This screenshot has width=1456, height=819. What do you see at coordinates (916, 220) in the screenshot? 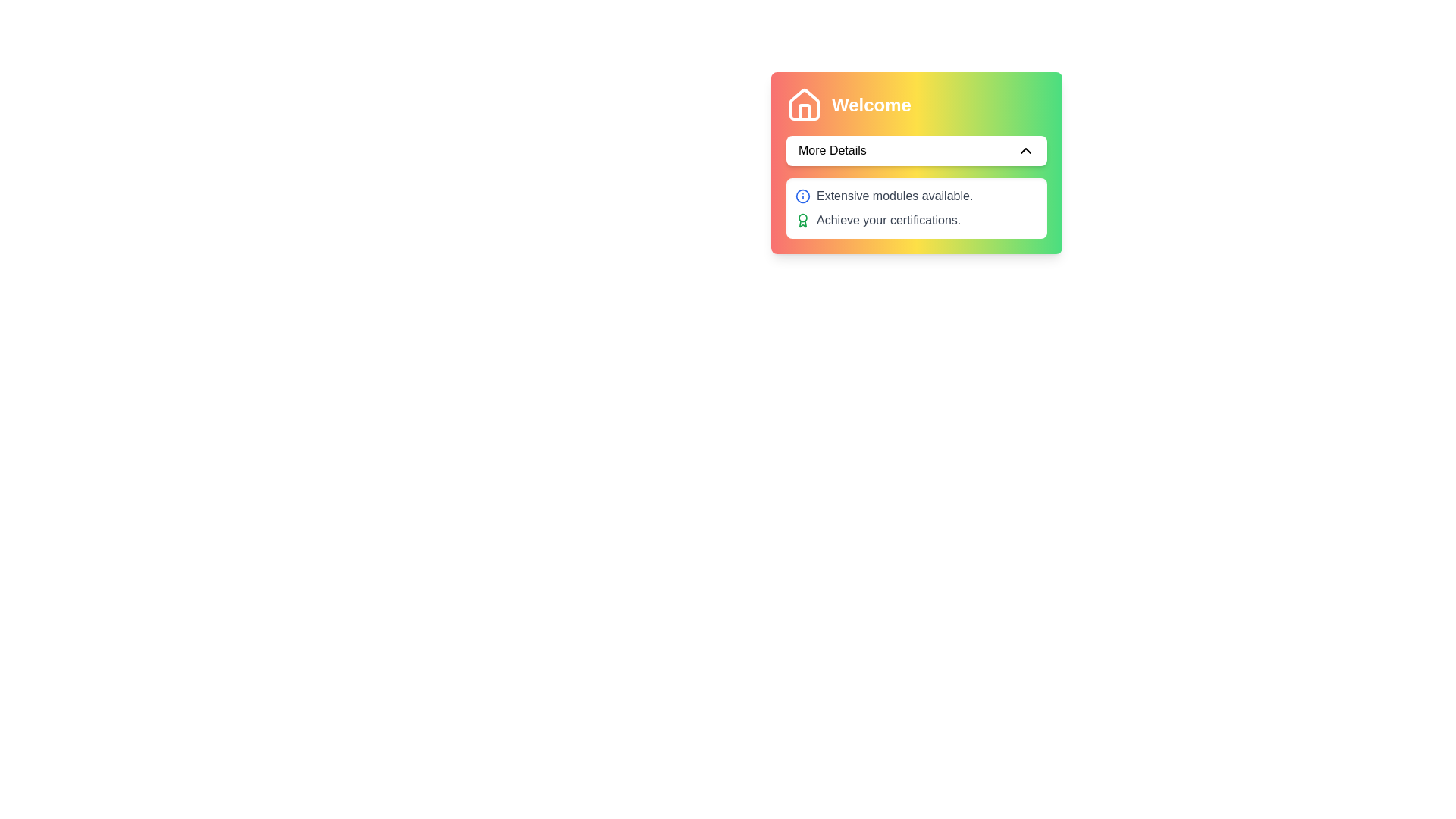
I see `the informational text-label combination with an icon that indicates certification opportunities, which is the second element in a vertical list inside a card` at bounding box center [916, 220].